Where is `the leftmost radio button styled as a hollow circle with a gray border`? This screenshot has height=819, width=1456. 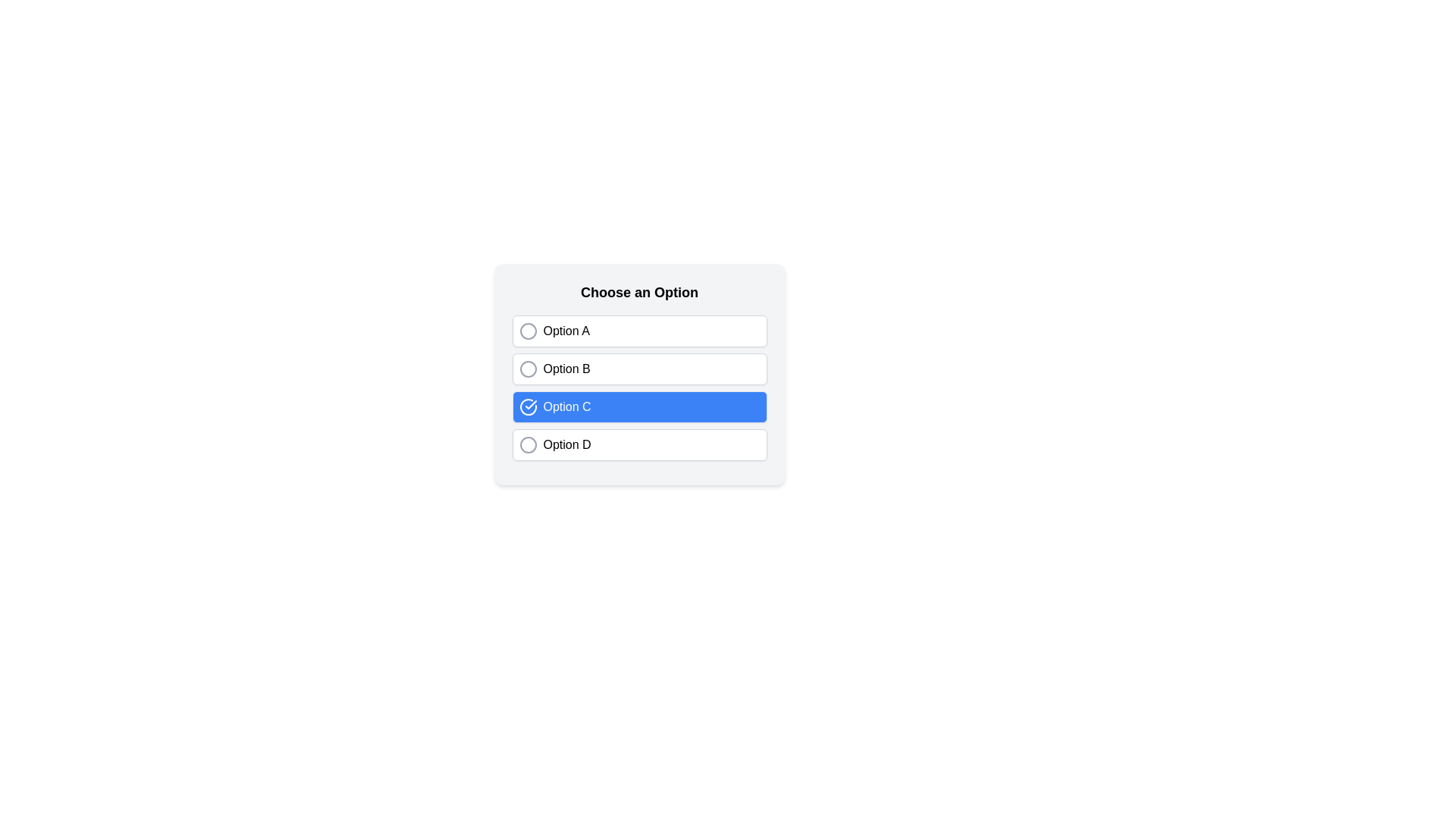 the leftmost radio button styled as a hollow circle with a gray border is located at coordinates (528, 444).